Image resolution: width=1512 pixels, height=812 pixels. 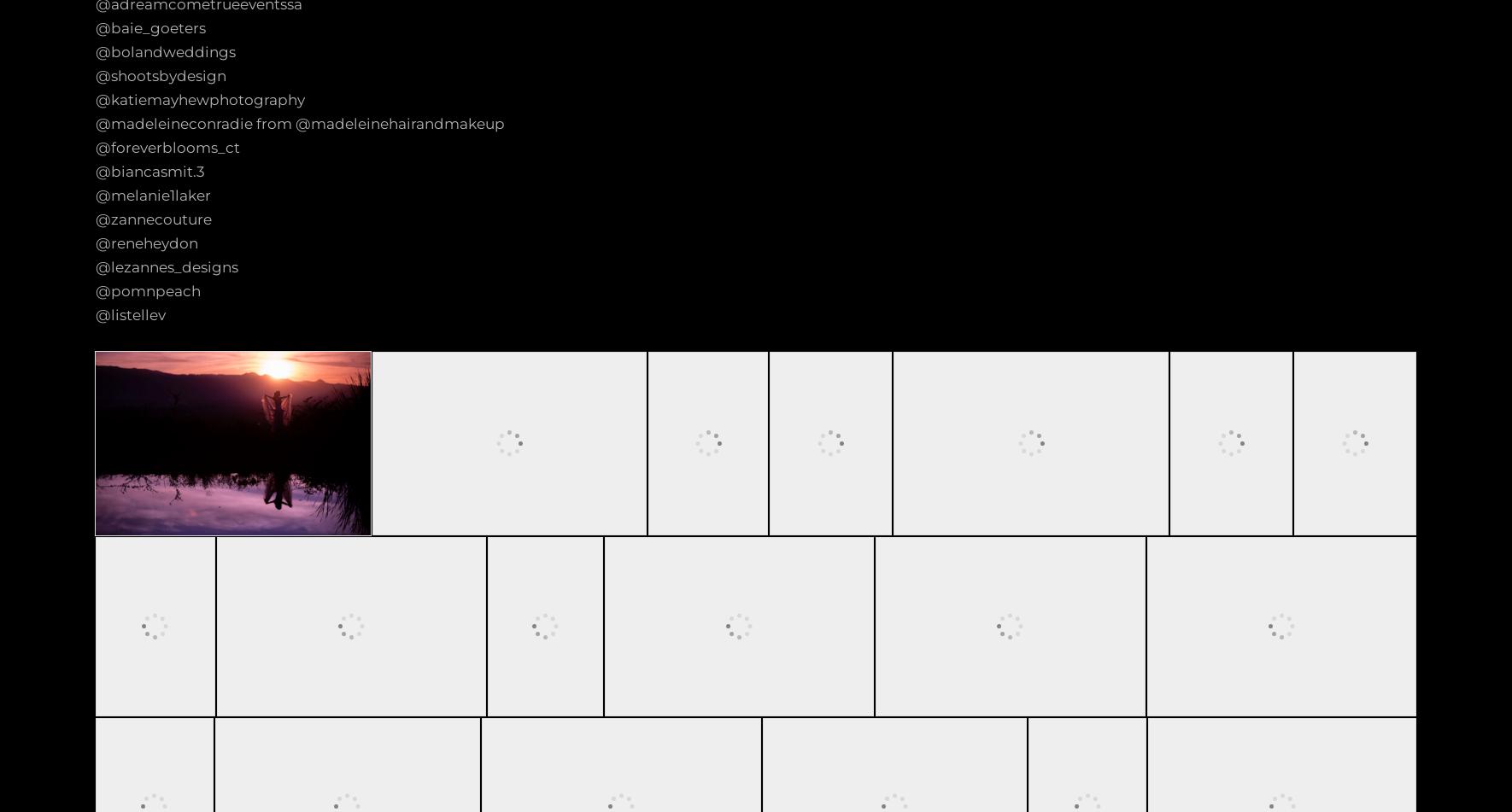 What do you see at coordinates (95, 243) in the screenshot?
I see `'@reneheydon'` at bounding box center [95, 243].